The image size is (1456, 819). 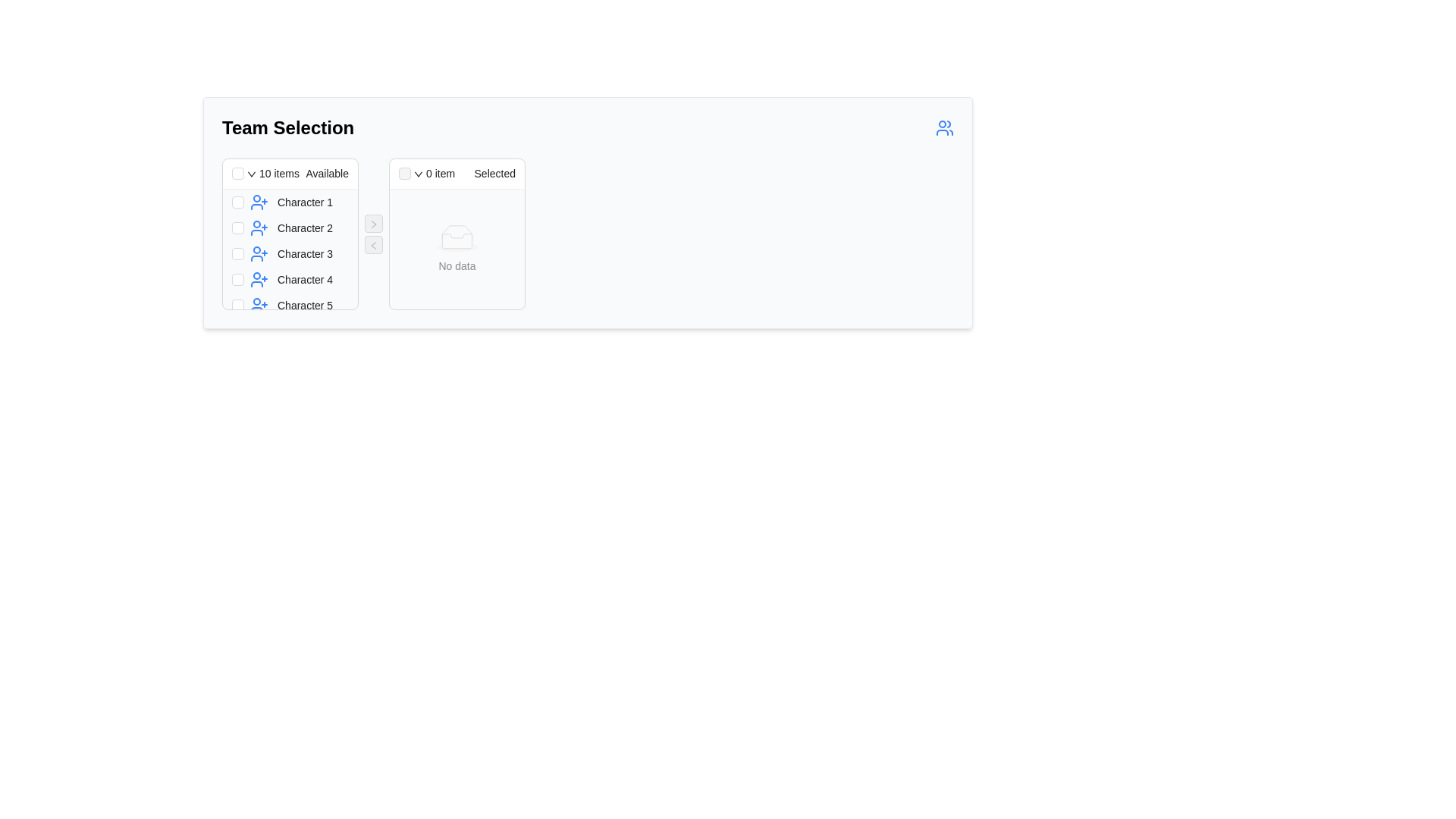 I want to click on the text label displaying 'Character 4', which is located to the right of a blue user icon with a plus sign and is the fourth item in a vertical list, so click(x=304, y=280).